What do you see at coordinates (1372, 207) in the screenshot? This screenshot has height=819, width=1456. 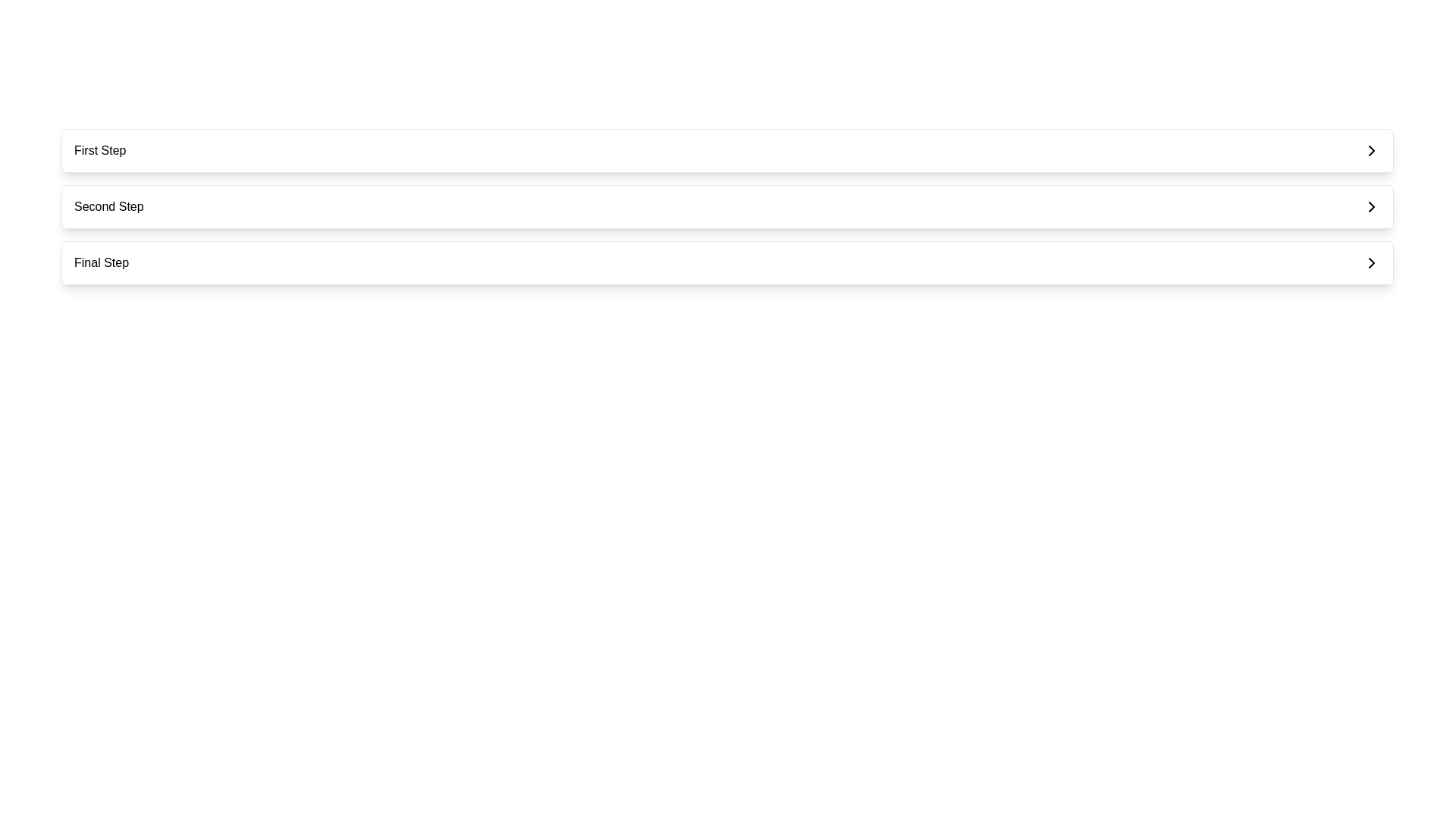 I see `the right-facing chevron icon located at the far-right side of the 'Second Step' list item` at bounding box center [1372, 207].